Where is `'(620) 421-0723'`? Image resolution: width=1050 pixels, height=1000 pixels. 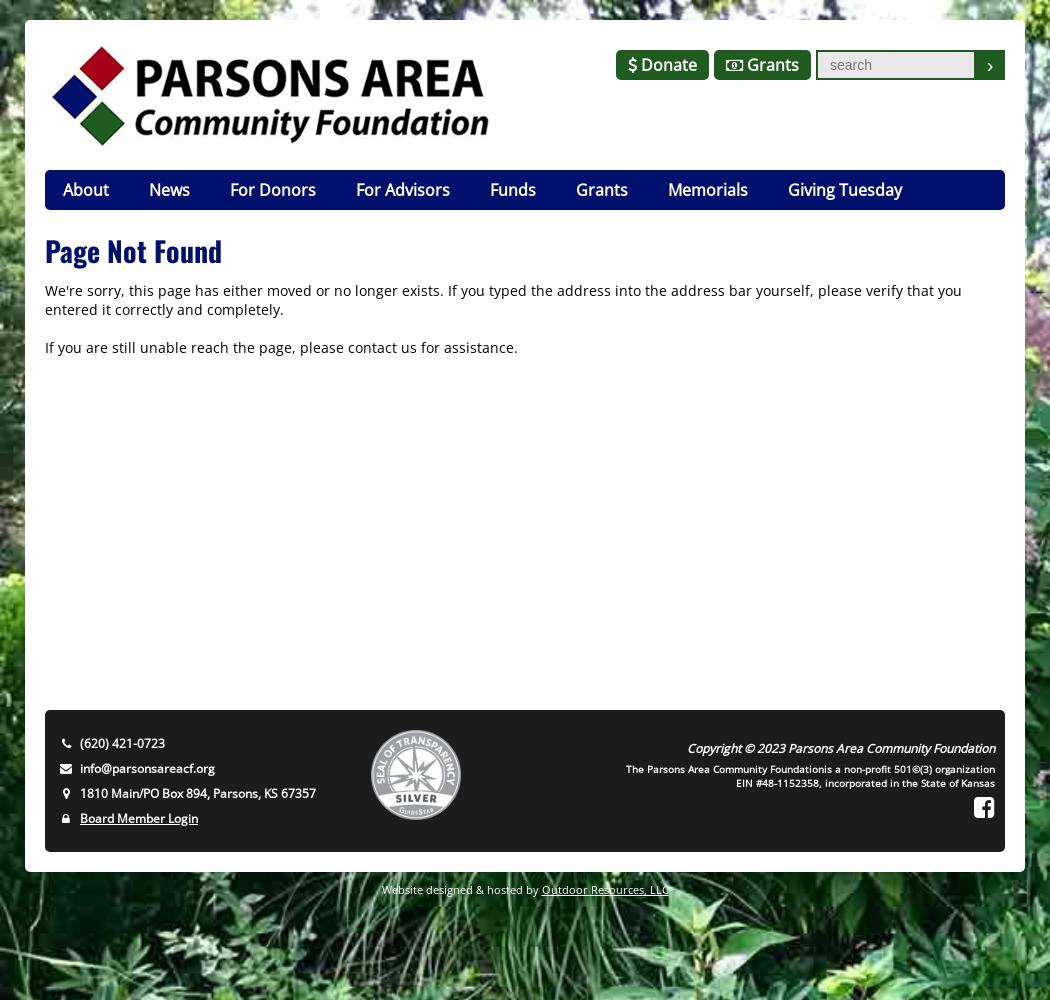 '(620) 421-0723' is located at coordinates (80, 742).